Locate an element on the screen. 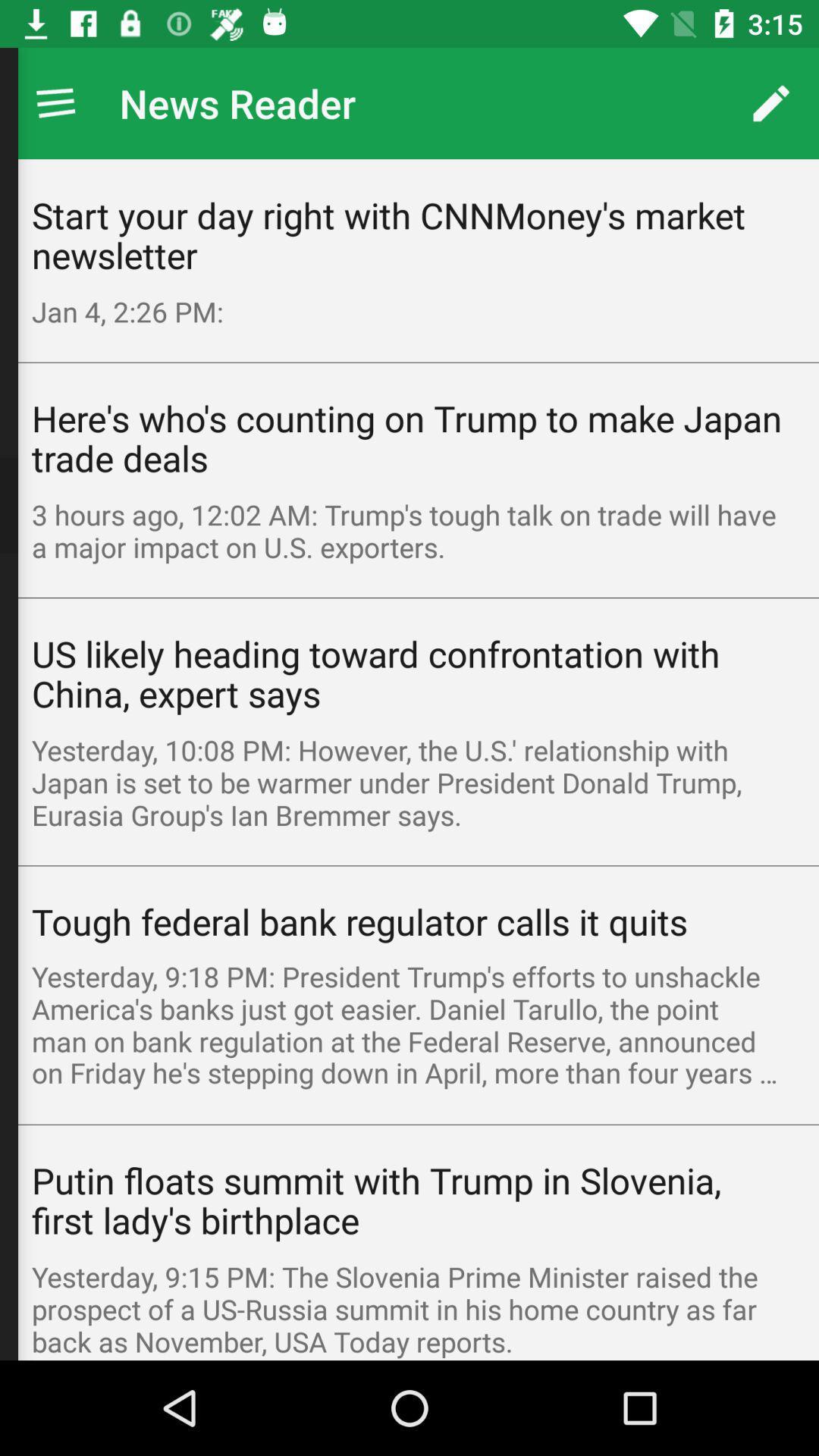 This screenshot has width=819, height=1456. app next to news reader is located at coordinates (771, 102).